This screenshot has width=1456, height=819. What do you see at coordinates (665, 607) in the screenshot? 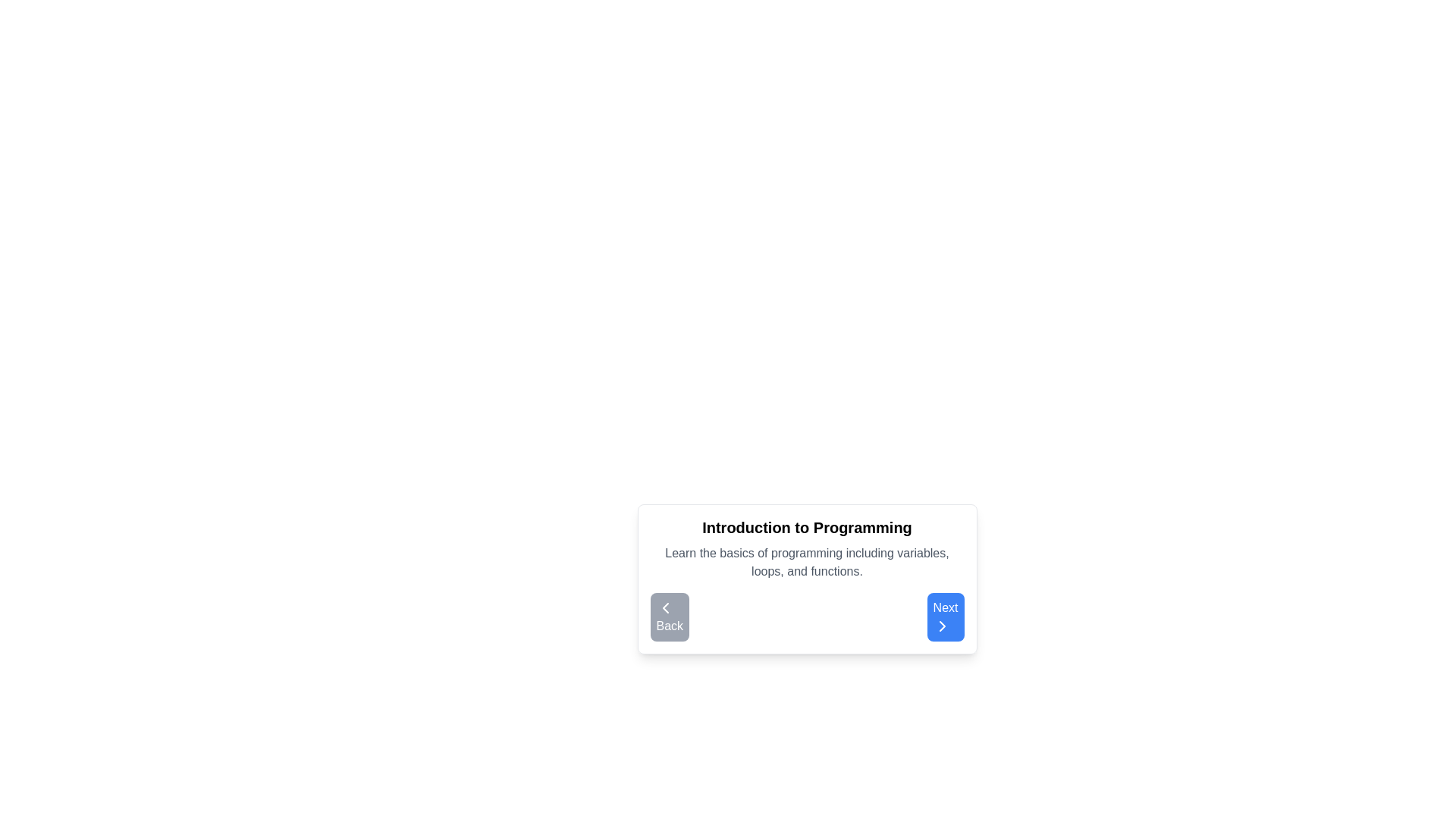
I see `the 'Back' button icon located at the bottom-left corner of the card` at bounding box center [665, 607].